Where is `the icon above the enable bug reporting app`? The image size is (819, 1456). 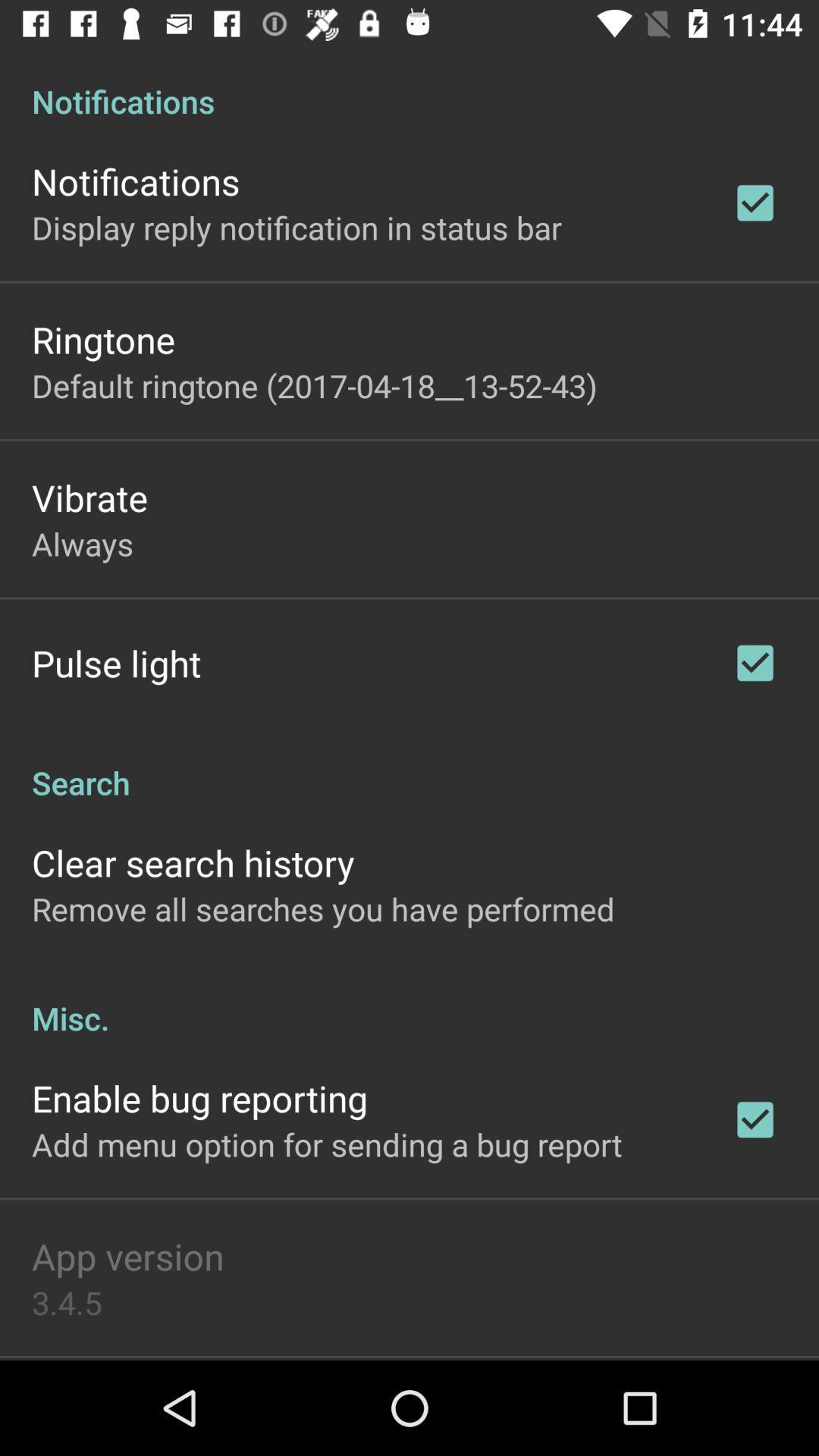 the icon above the enable bug reporting app is located at coordinates (409, 1002).